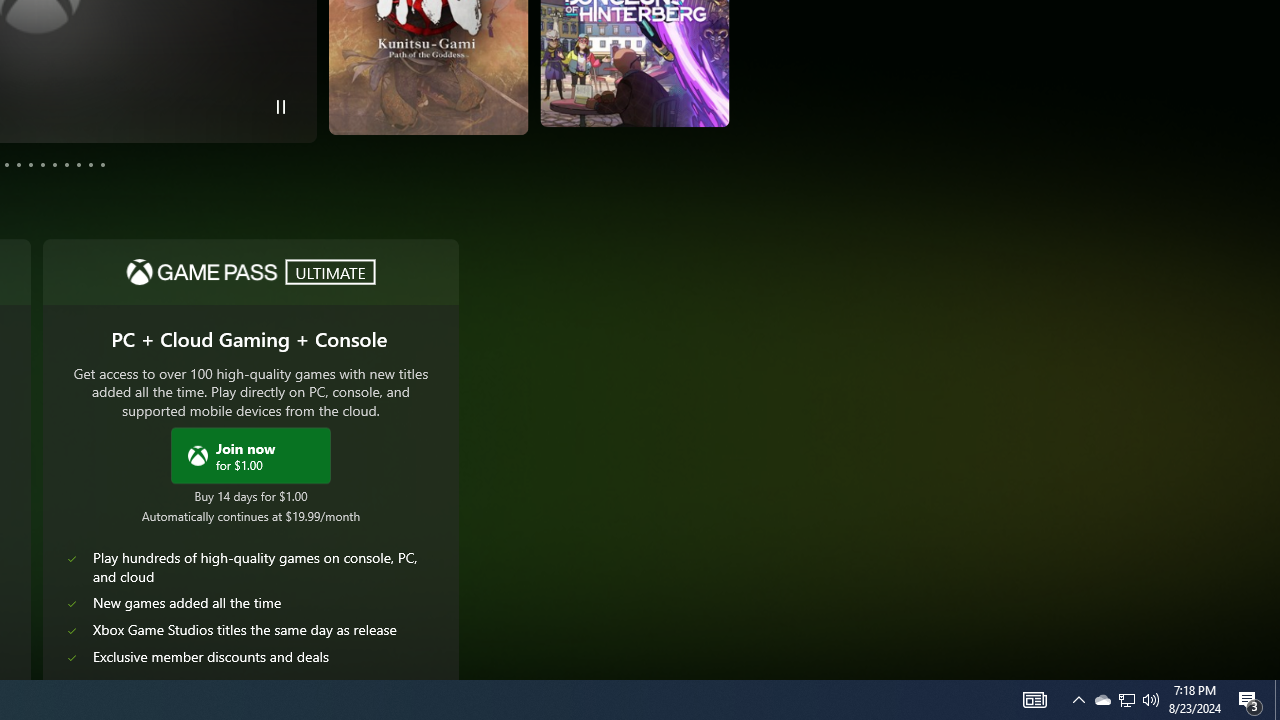 The height and width of the screenshot is (720, 1280). I want to click on 'Page 11', so click(89, 163).